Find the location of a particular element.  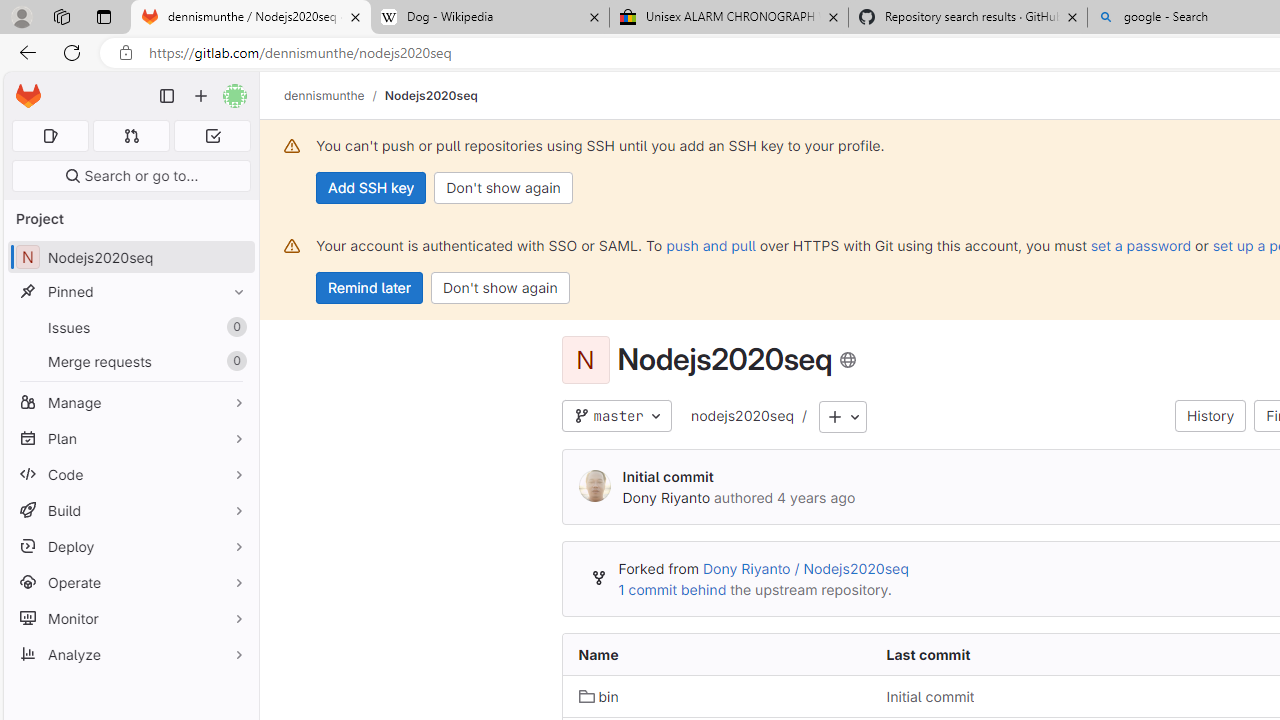

'Nodejs2020seq' is located at coordinates (429, 95).